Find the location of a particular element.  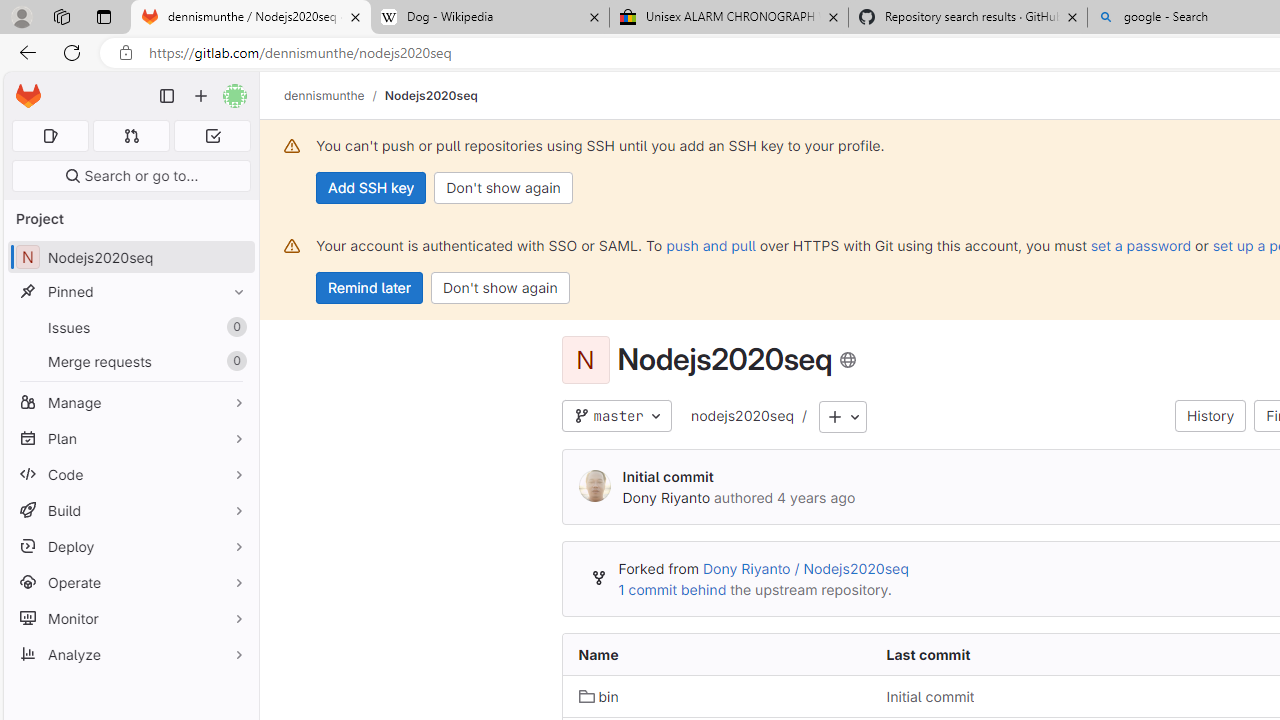

'Nodejs2020seq' is located at coordinates (429, 95).